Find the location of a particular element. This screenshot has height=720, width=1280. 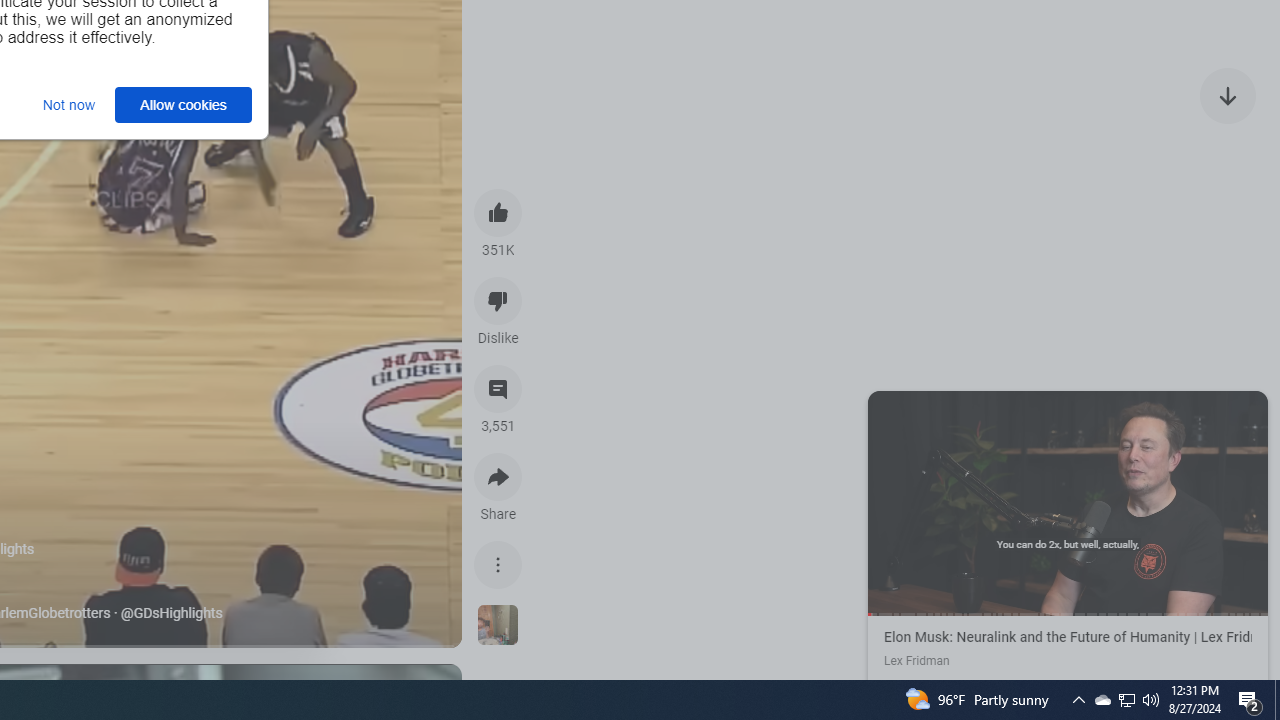

'Allow cookies' is located at coordinates (183, 104).